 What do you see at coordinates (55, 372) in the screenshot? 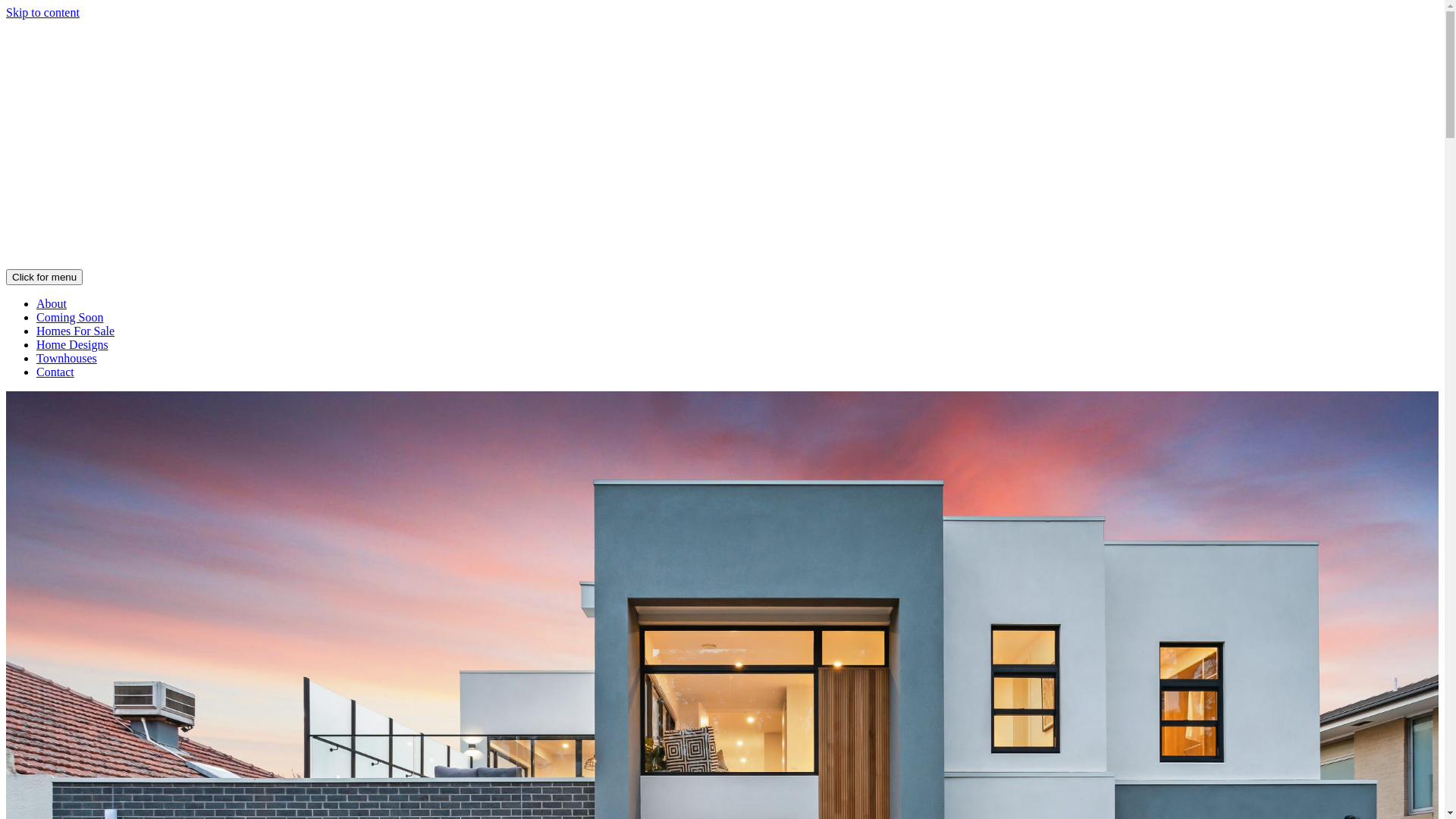
I see `'Contact'` at bounding box center [55, 372].